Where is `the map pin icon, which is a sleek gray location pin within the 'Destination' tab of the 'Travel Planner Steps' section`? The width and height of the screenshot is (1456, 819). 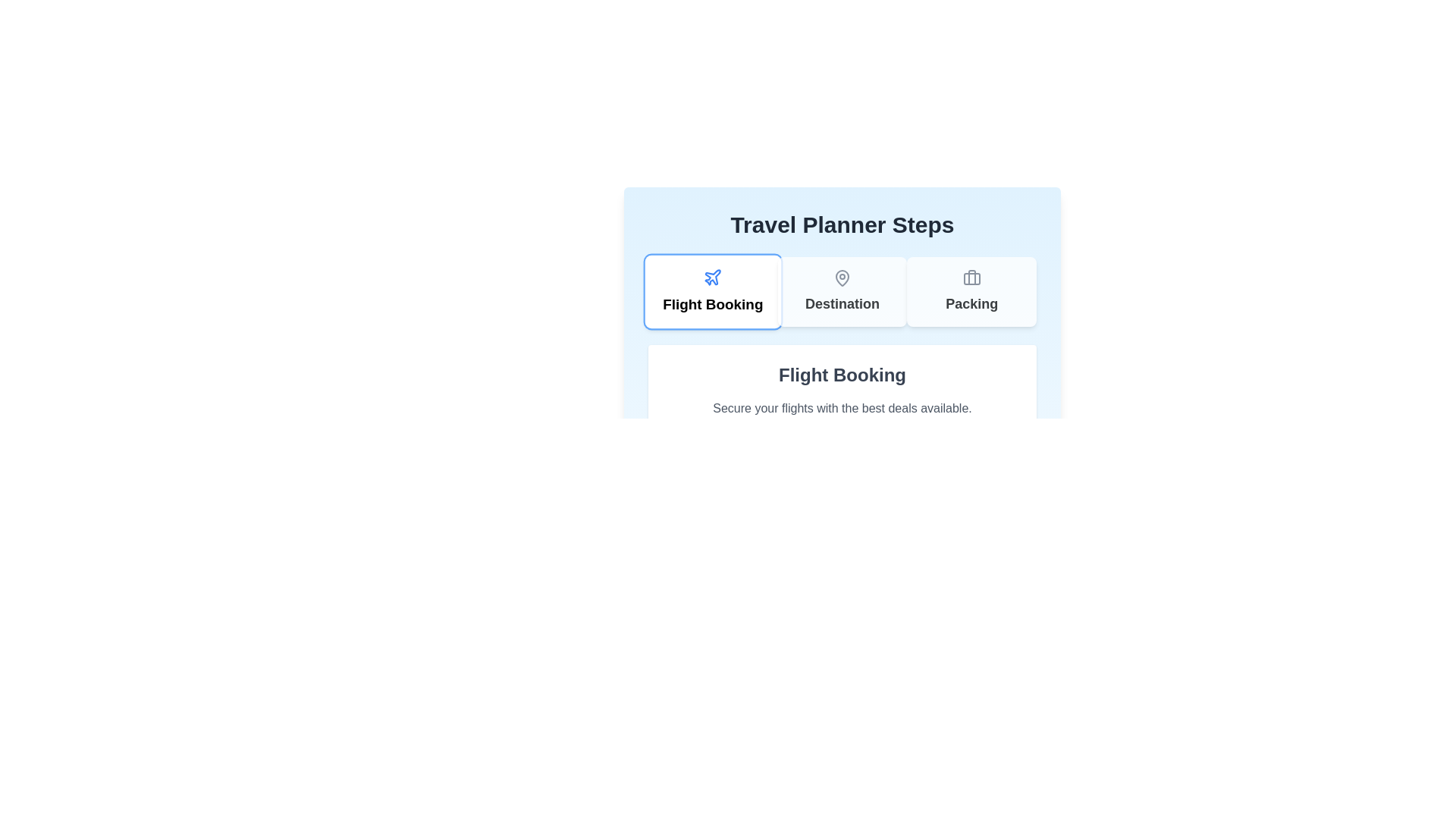
the map pin icon, which is a sleek gray location pin within the 'Destination' tab of the 'Travel Planner Steps' section is located at coordinates (841, 278).